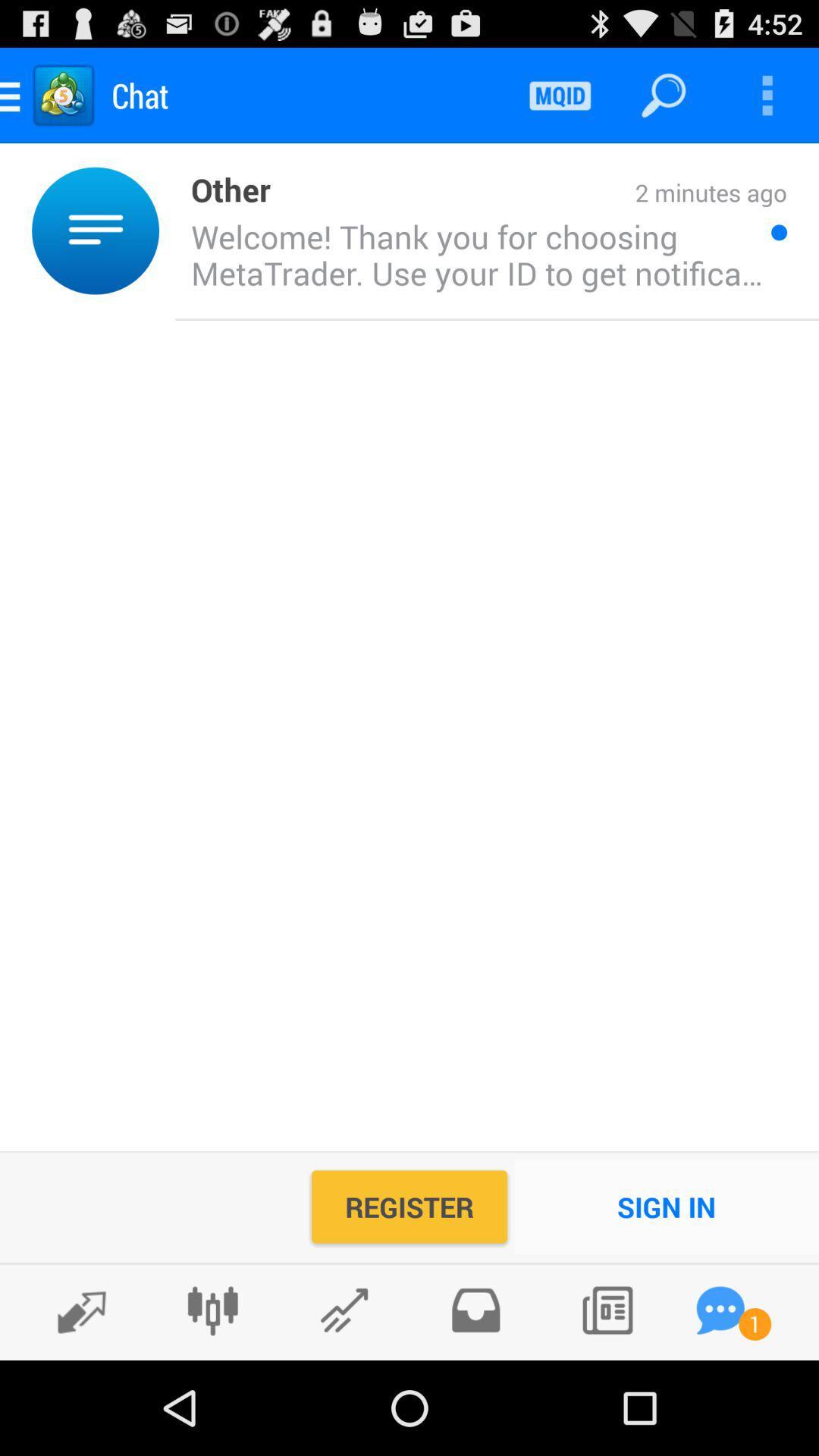  Describe the element at coordinates (779, 231) in the screenshot. I see `item to the right of the welcome thank you item` at that location.